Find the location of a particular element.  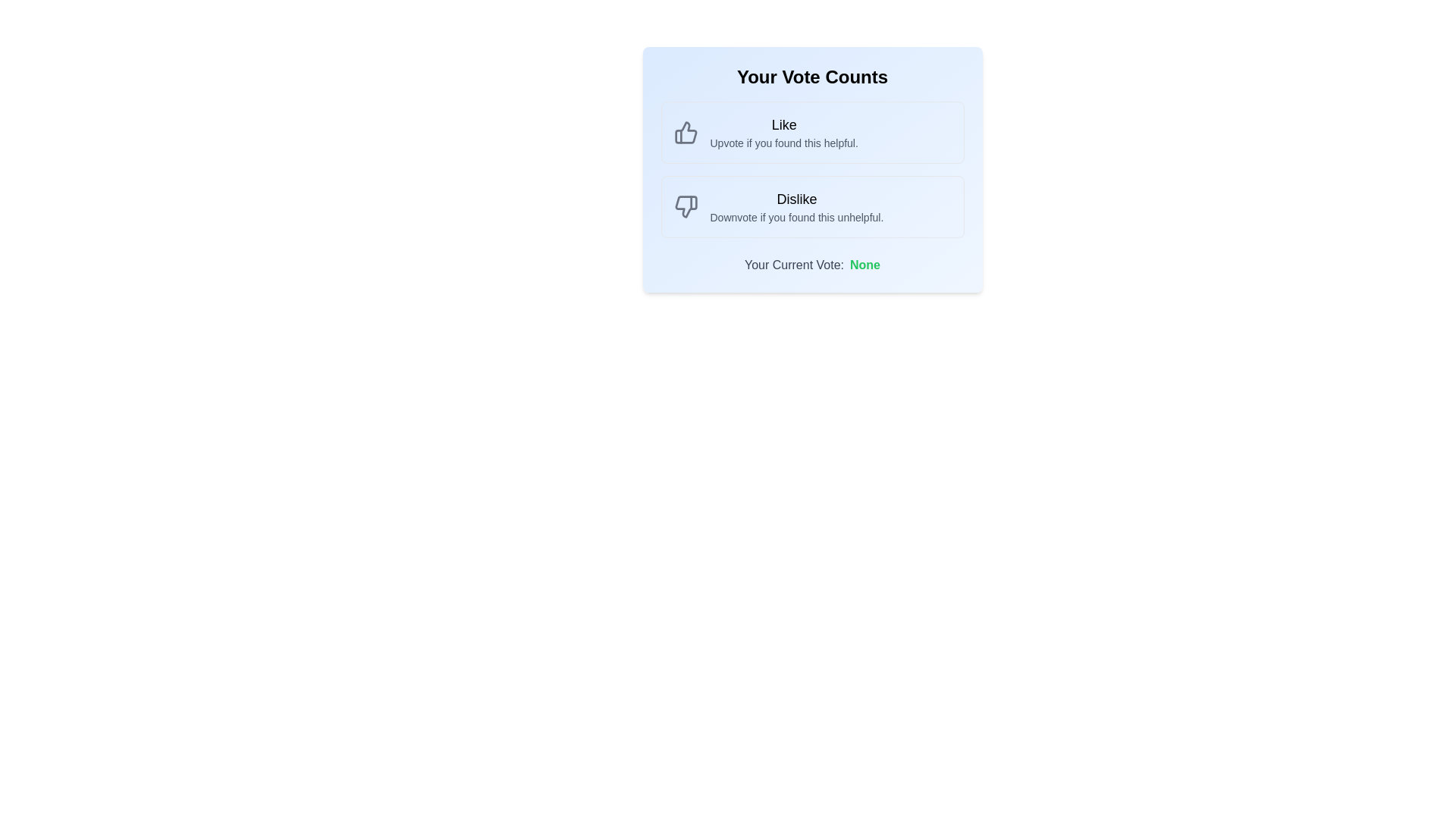

the Thumbs-Down icon that visually represents a dislike option, positioned to the left of the 'Dislike - Downvote if you found this unhelpful.' text is located at coordinates (685, 207).